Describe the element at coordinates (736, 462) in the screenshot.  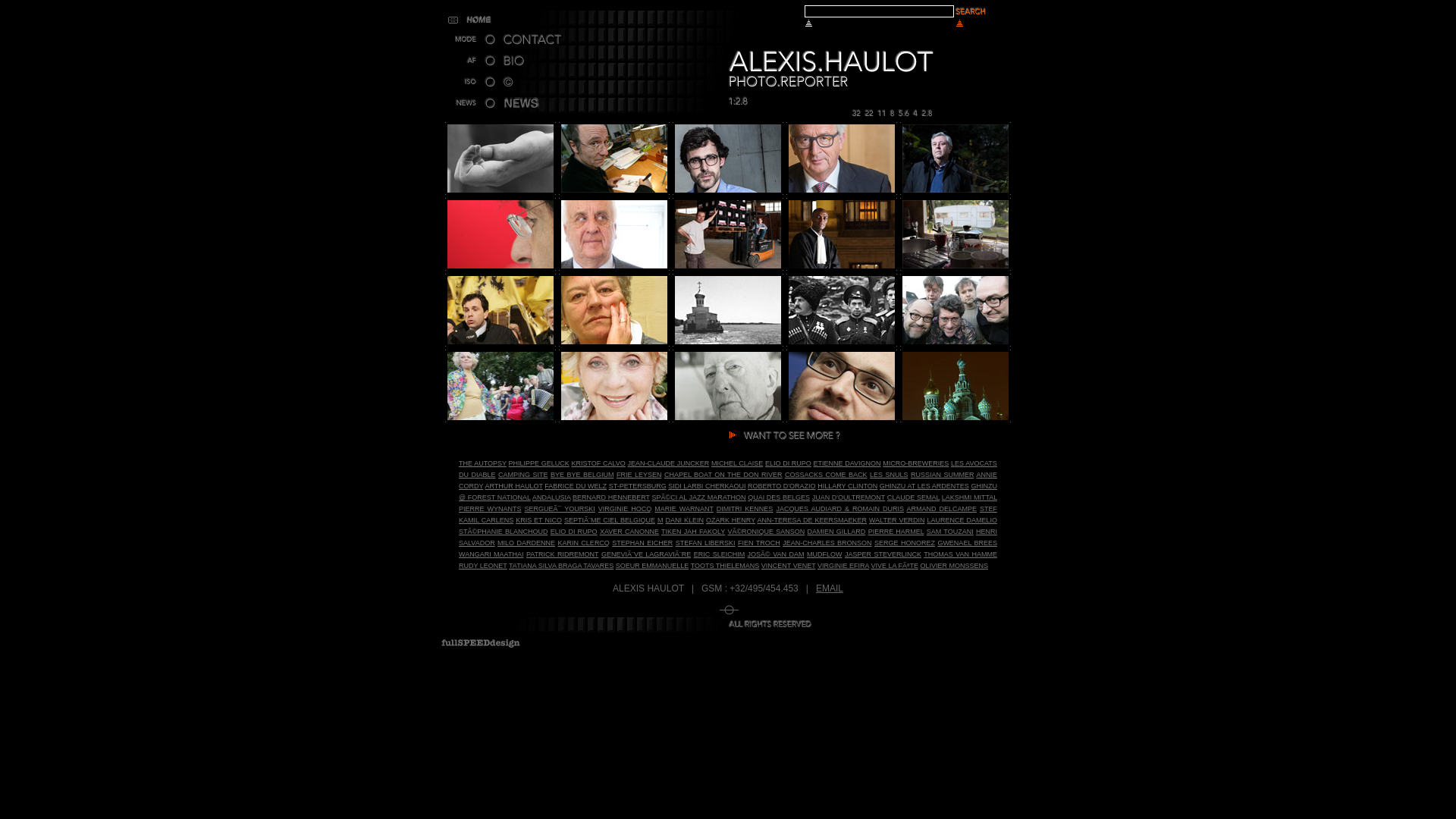
I see `'MICHEL CLAISE'` at that location.